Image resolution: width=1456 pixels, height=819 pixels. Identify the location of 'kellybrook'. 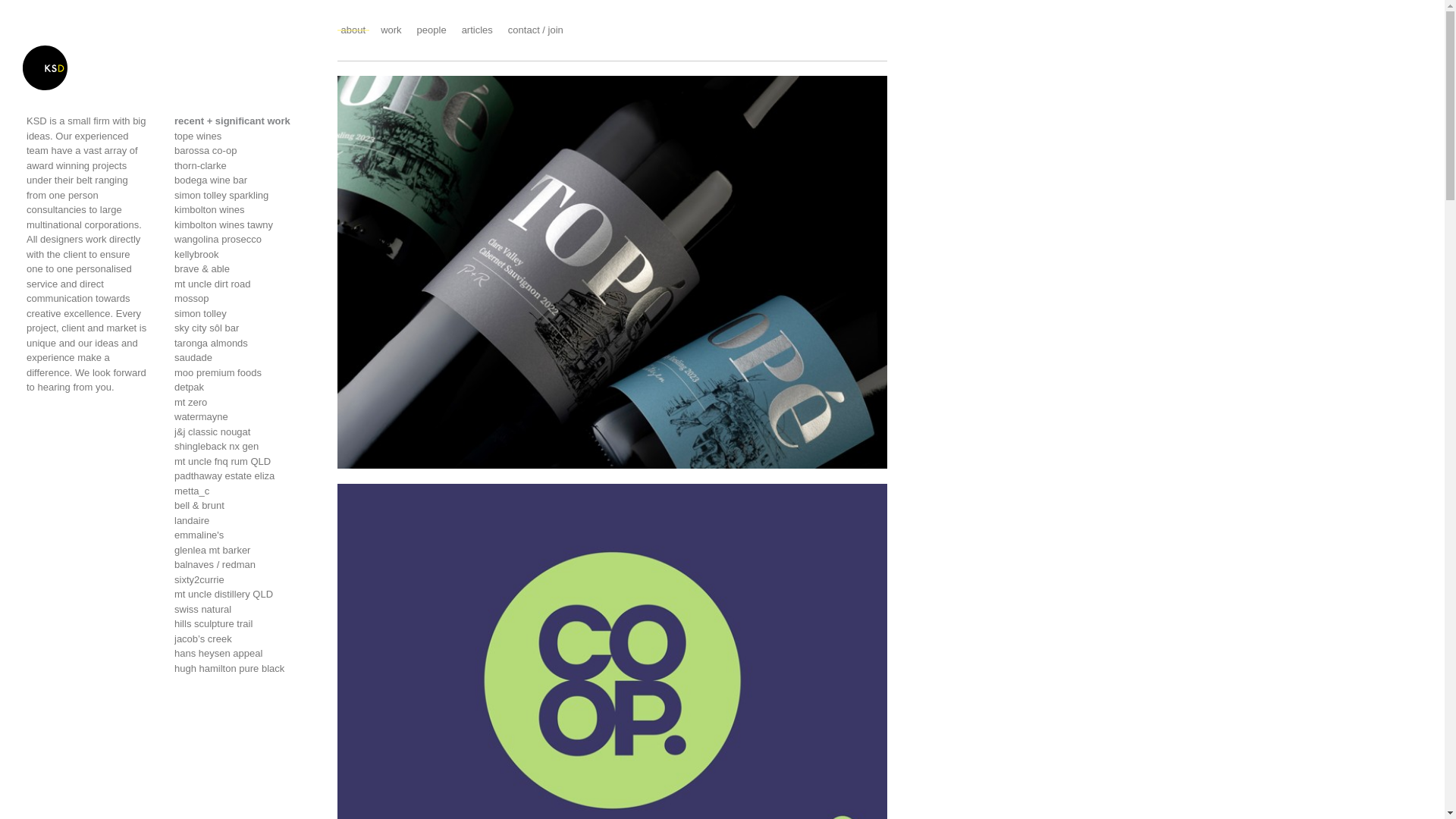
(243, 253).